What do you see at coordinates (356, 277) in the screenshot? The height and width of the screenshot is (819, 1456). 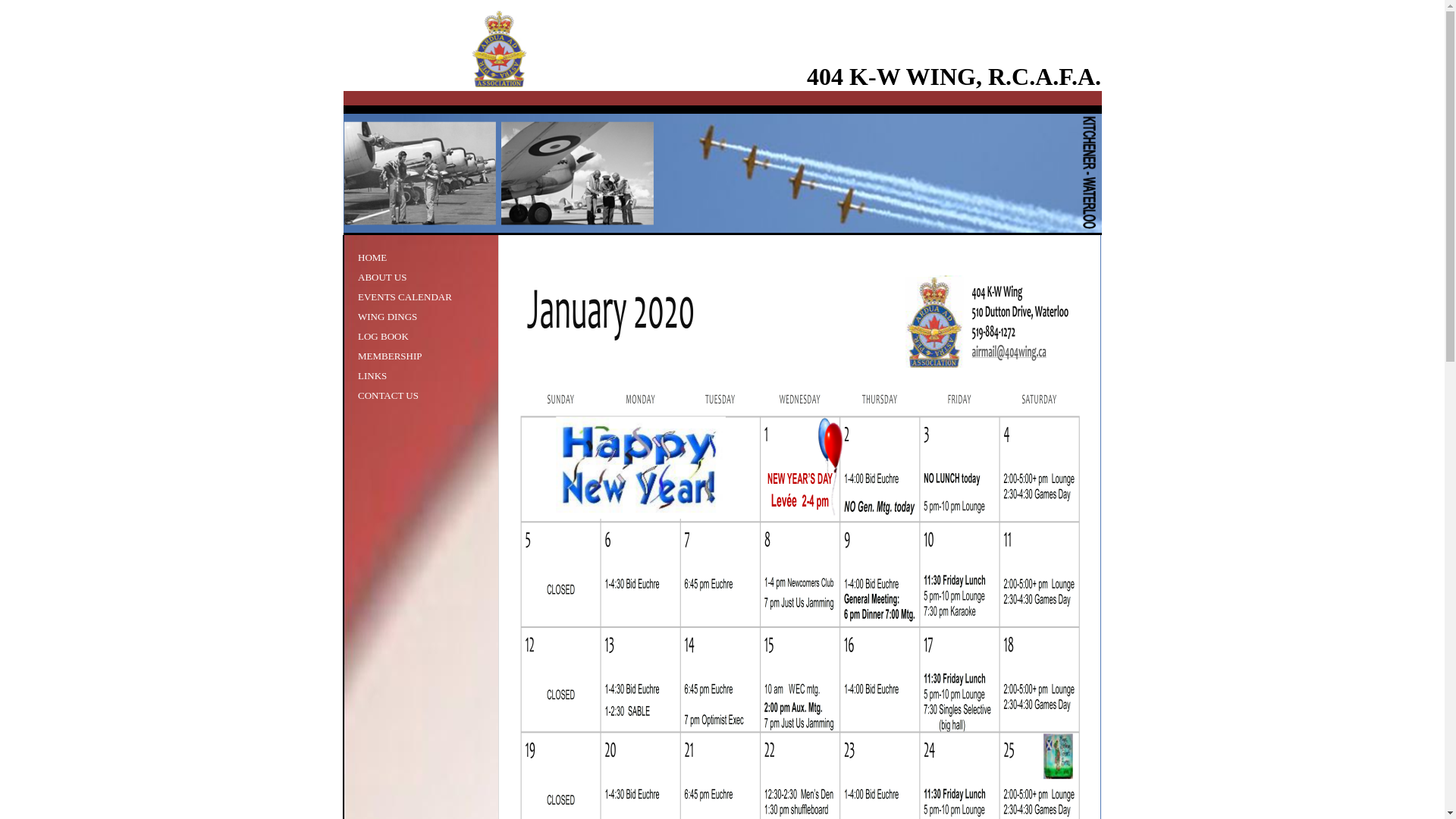 I see `'ABOUT US'` at bounding box center [356, 277].